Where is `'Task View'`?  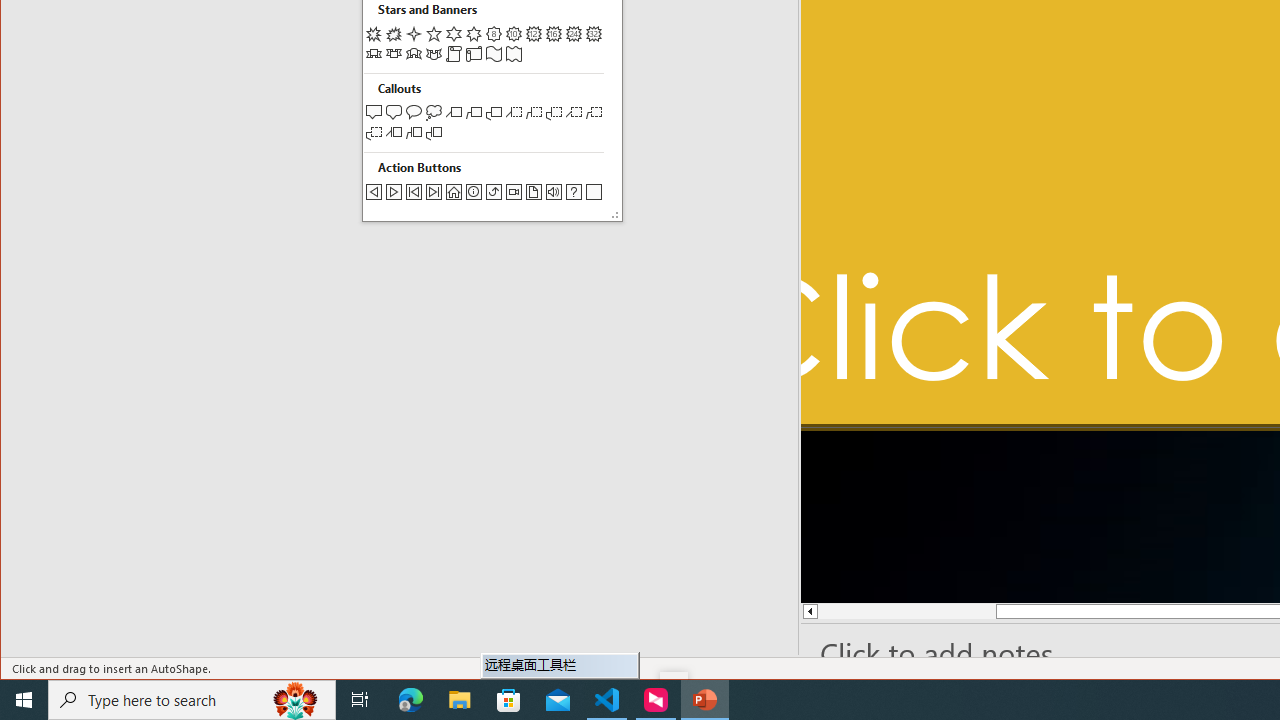 'Task View' is located at coordinates (359, 698).